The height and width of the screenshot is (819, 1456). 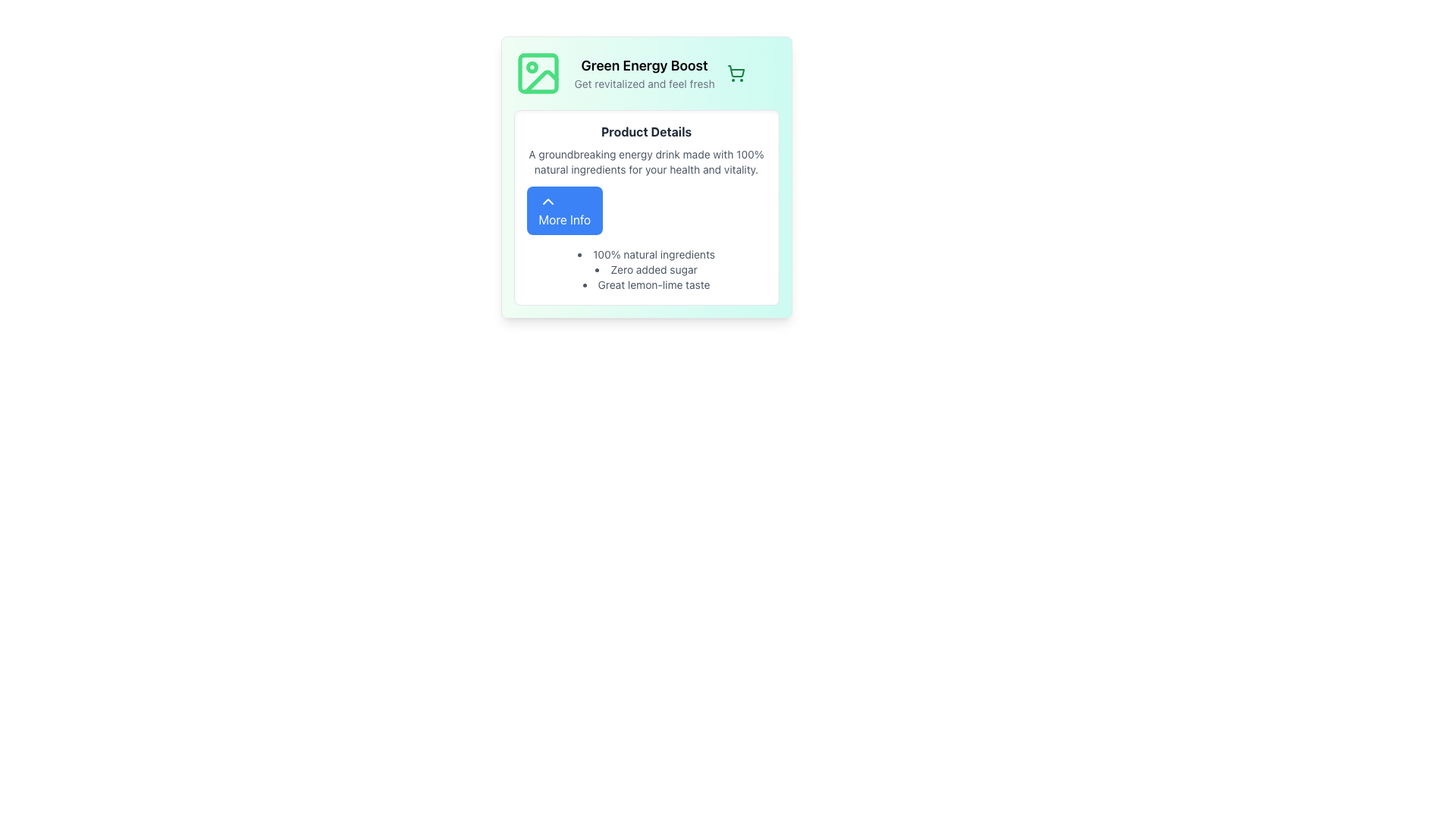 I want to click on the content of the text block containing the heading 'Green Energy Boost' and subtext 'Get revitalized and feel fresh', so click(x=644, y=73).